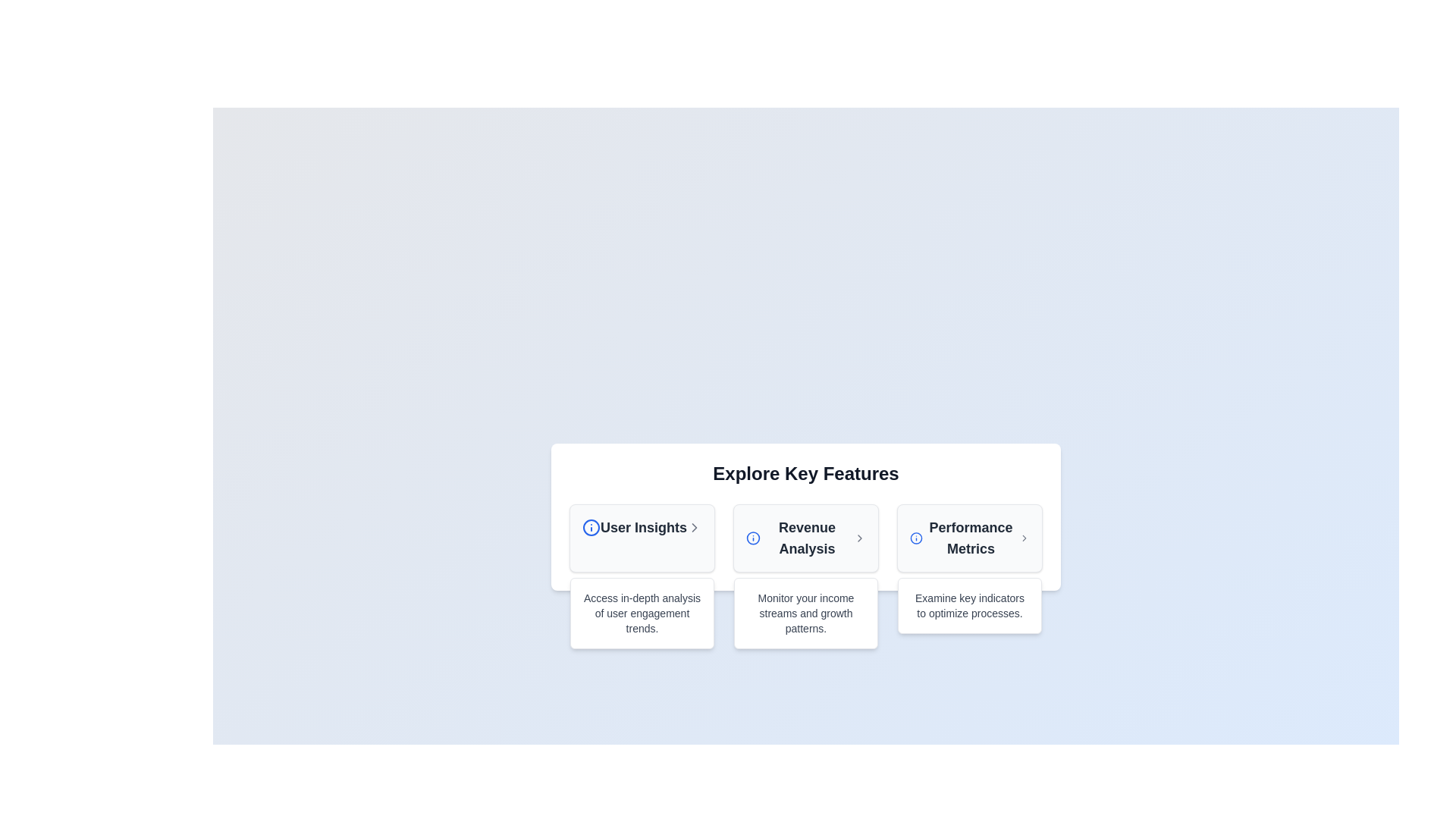 The width and height of the screenshot is (1456, 819). Describe the element at coordinates (805, 613) in the screenshot. I see `description text that says 'Monitor your income streams and growth patterns.' located in the third column under the heading 'Revenue Analysis.'` at that location.